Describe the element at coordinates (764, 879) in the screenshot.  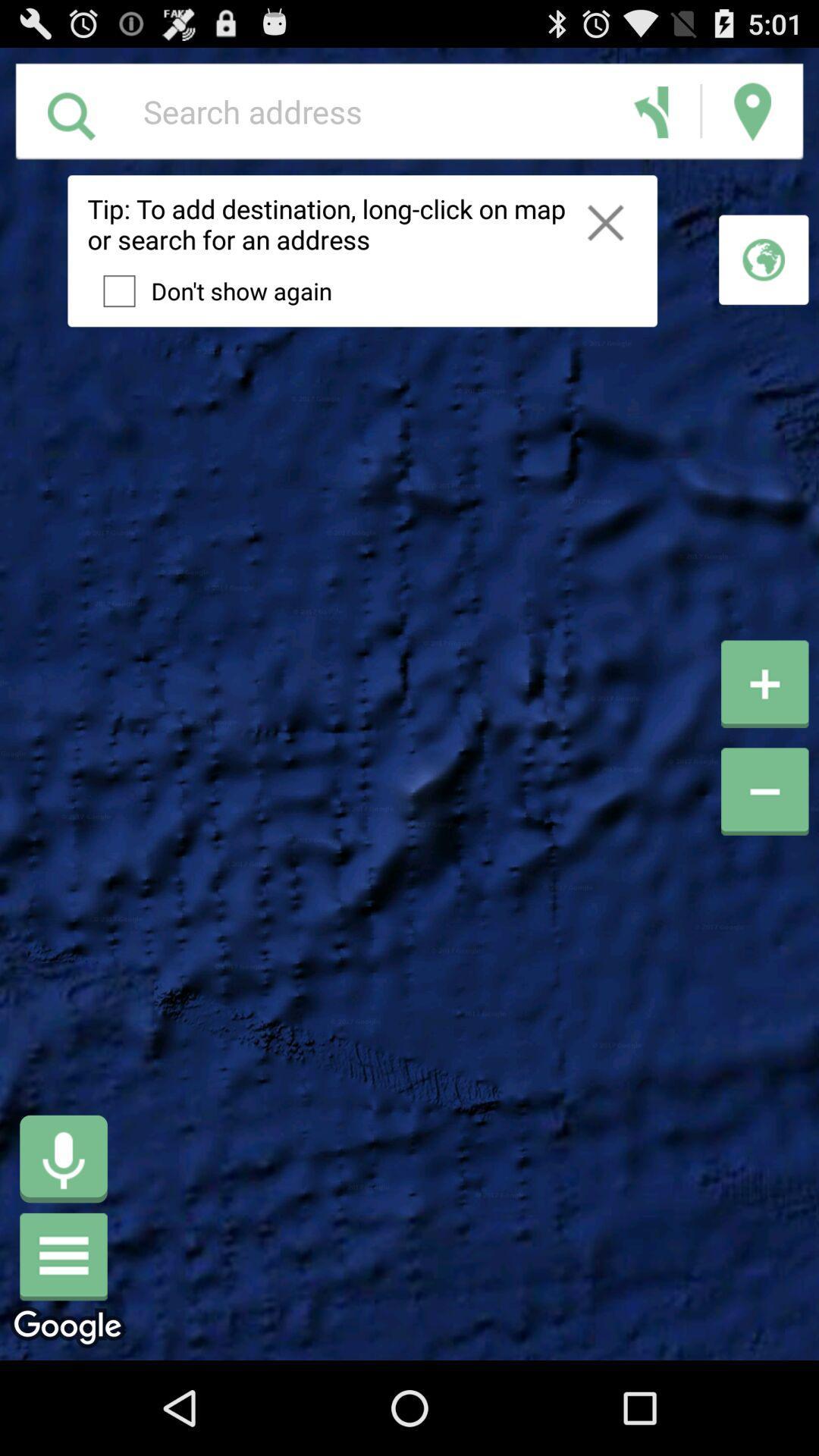
I see `the minus icon` at that location.